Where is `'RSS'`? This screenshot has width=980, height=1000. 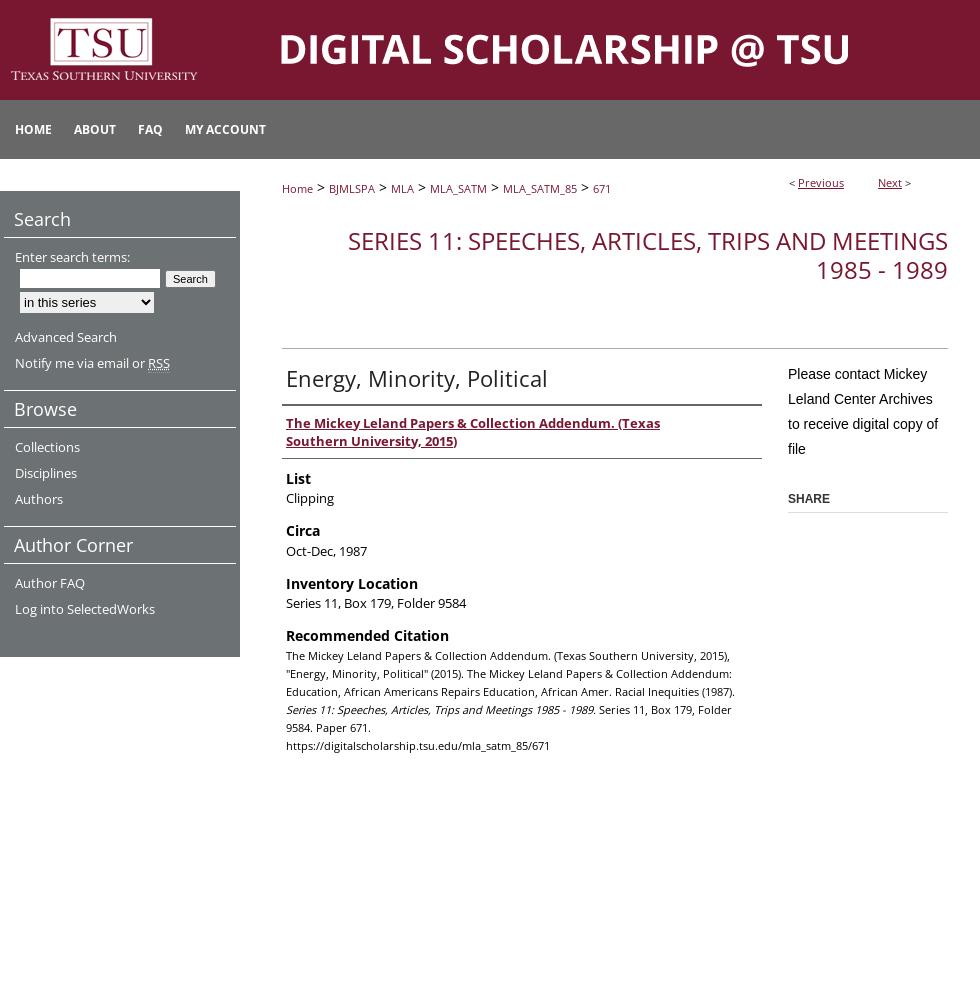
'RSS' is located at coordinates (158, 362).